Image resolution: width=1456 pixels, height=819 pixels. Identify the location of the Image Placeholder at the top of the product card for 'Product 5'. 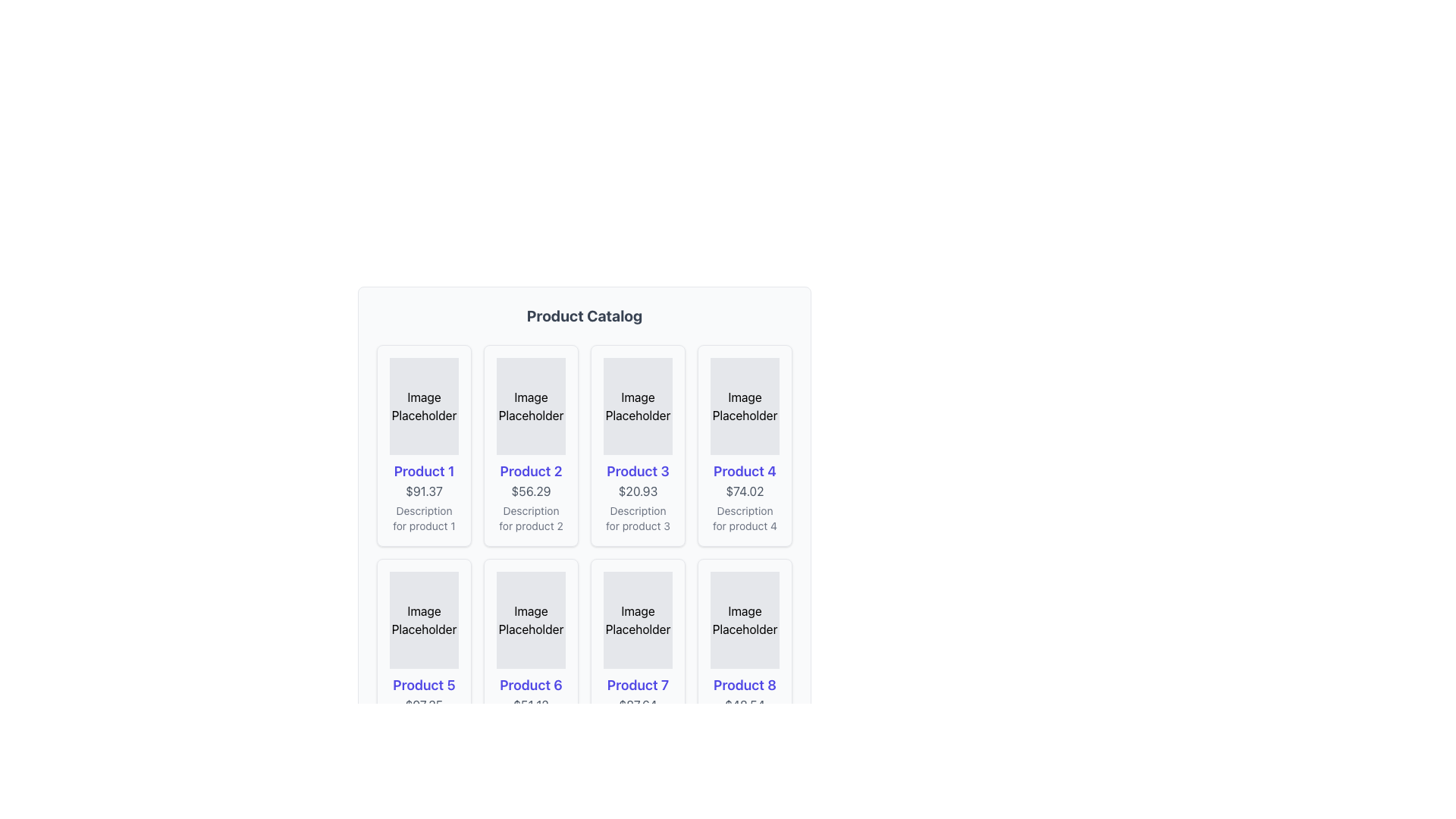
(424, 620).